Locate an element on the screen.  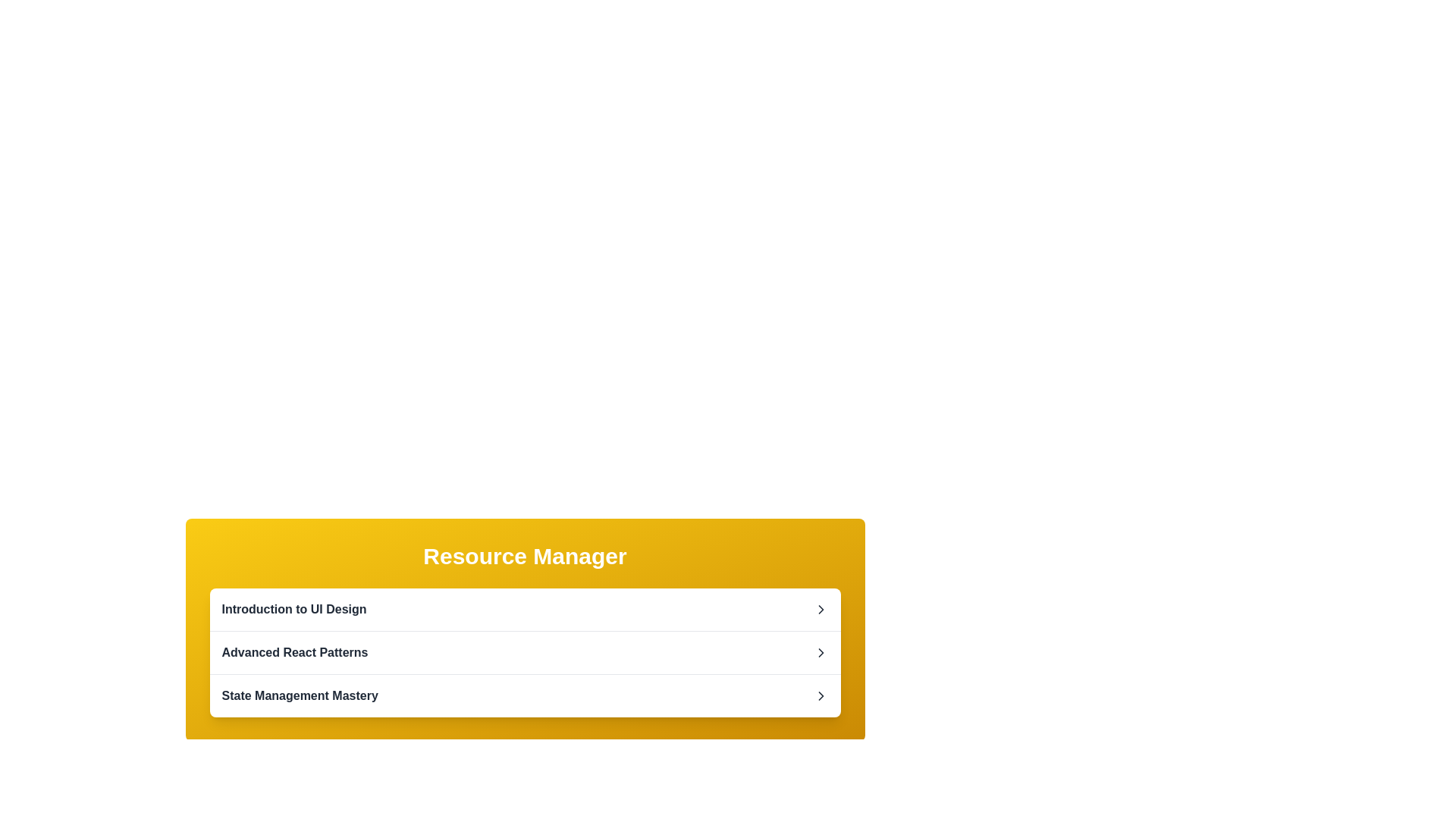
the rightward-pointing chevron icon that indicates navigation for the 'Advanced React Patterns' list item is located at coordinates (820, 651).